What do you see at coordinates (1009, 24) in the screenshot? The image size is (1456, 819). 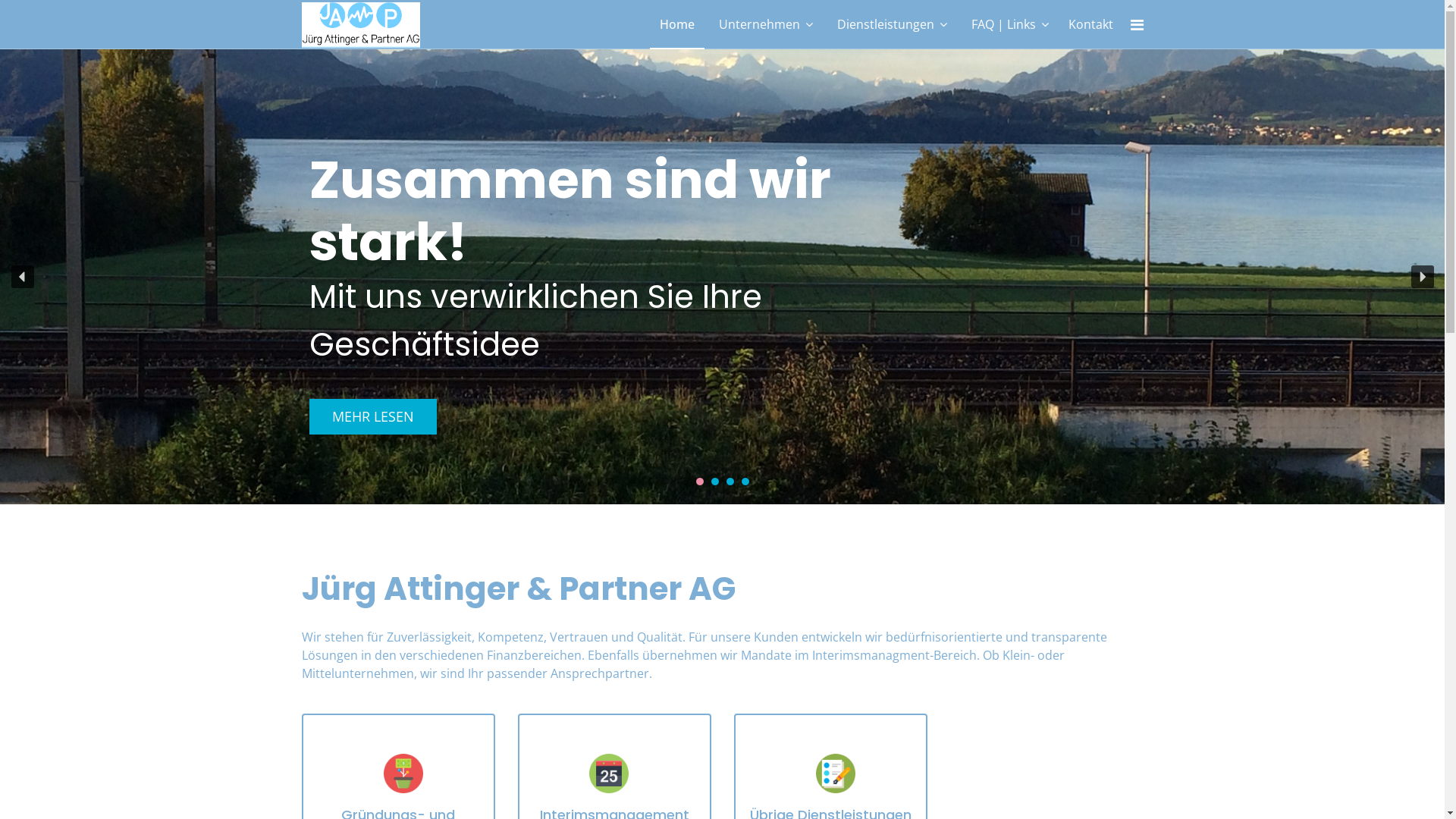 I see `'FAQ | Links'` at bounding box center [1009, 24].